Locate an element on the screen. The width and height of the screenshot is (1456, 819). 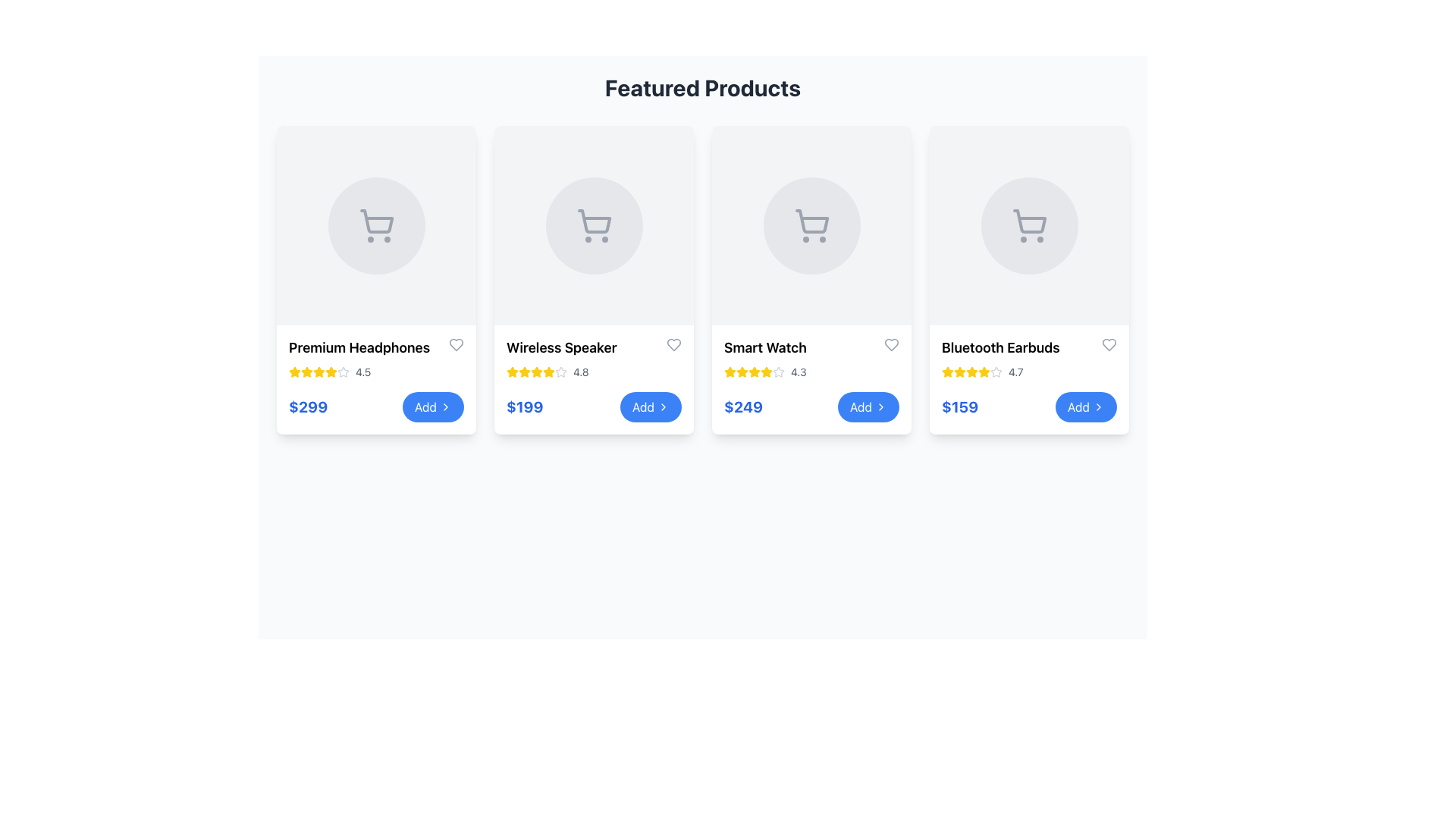
the header text label that introduces the subsequent section of the interface, positioned centrally at the top of the layout above the grid of product cards is located at coordinates (701, 87).